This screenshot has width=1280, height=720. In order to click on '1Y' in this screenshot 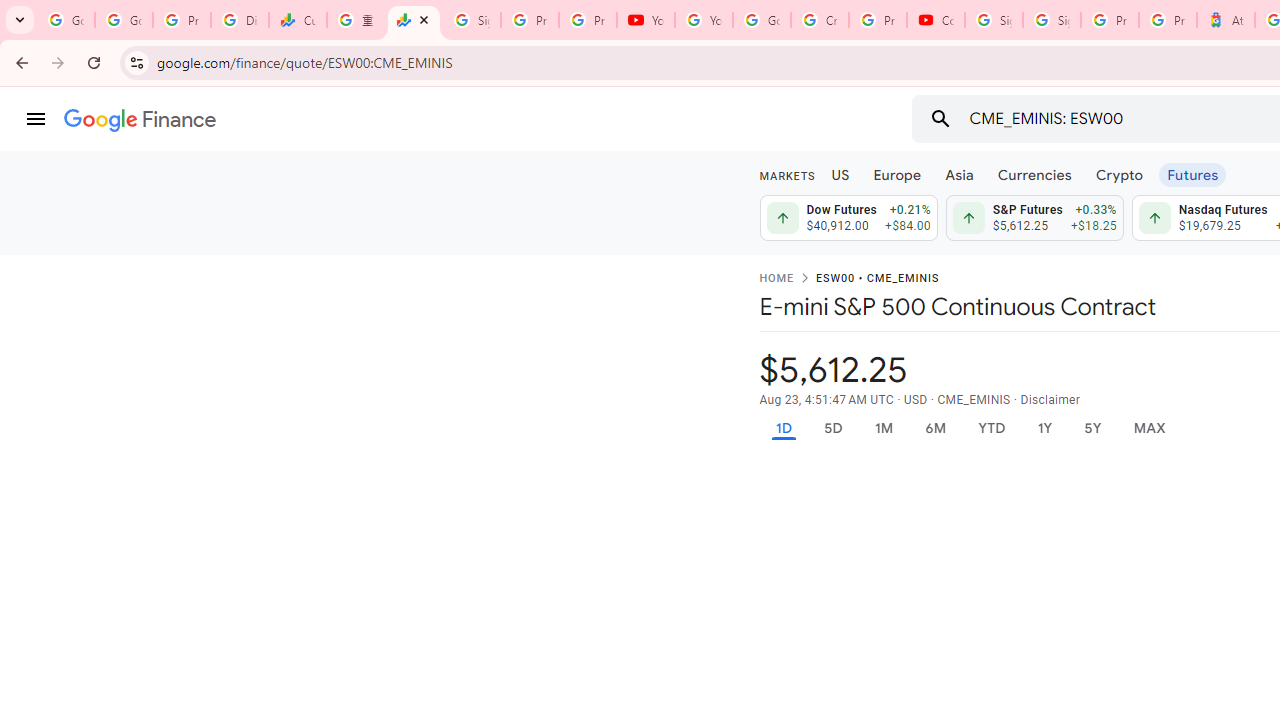, I will do `click(1044, 427)`.